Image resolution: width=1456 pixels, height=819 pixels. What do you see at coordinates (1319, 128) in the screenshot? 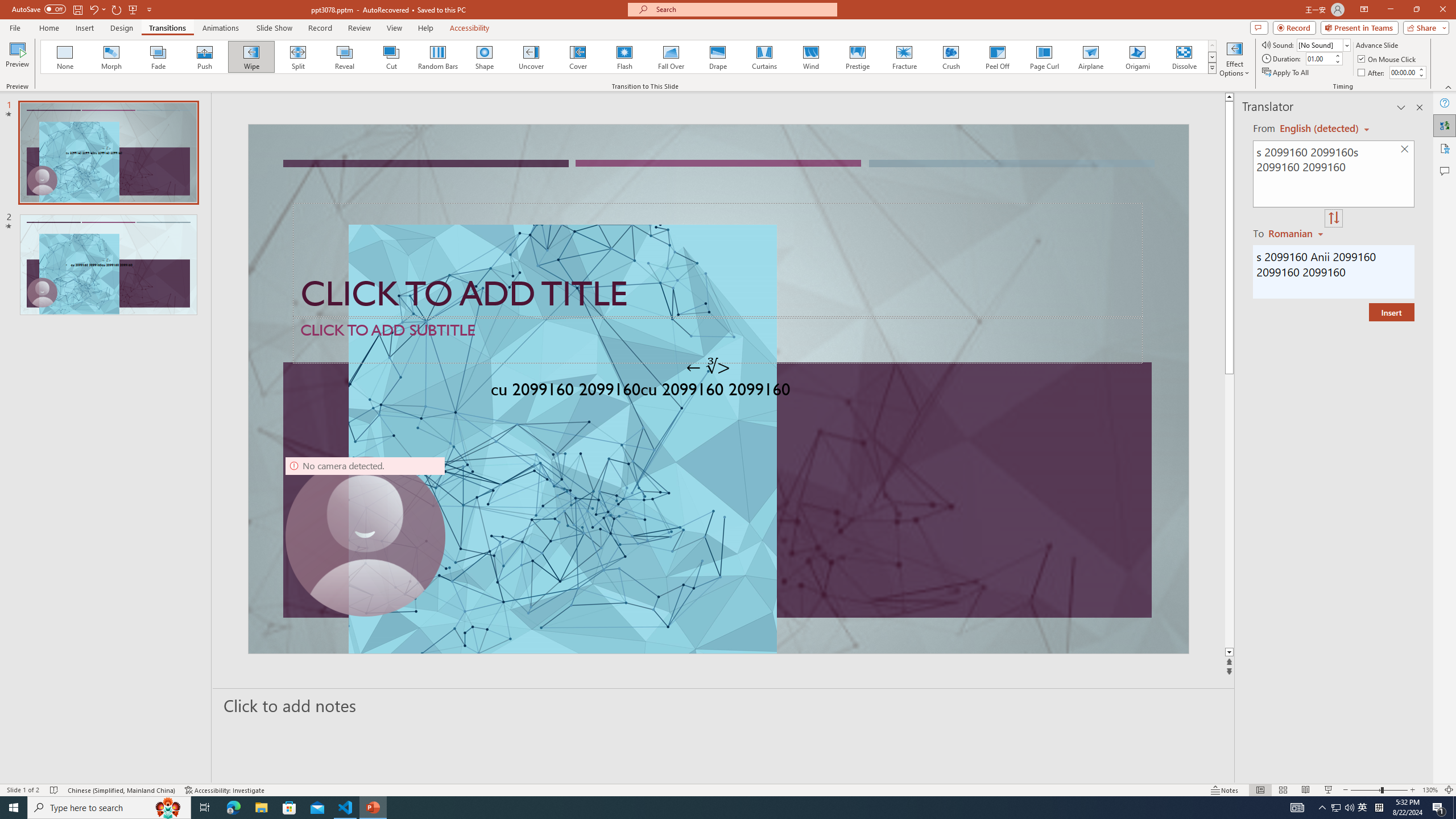
I see `'Czech (detected)'` at bounding box center [1319, 128].